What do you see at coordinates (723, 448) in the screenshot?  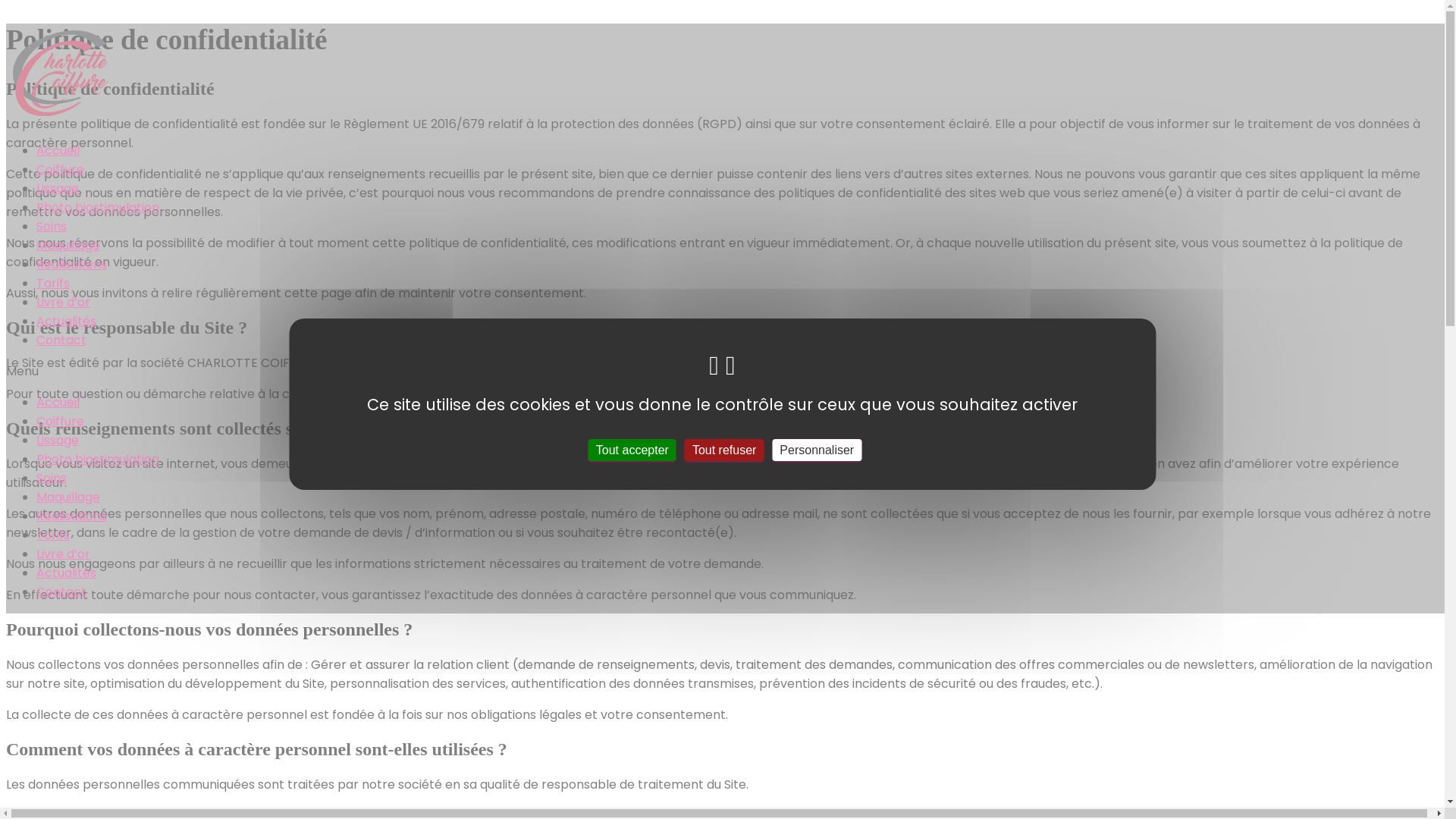 I see `'Tout refuser'` at bounding box center [723, 448].